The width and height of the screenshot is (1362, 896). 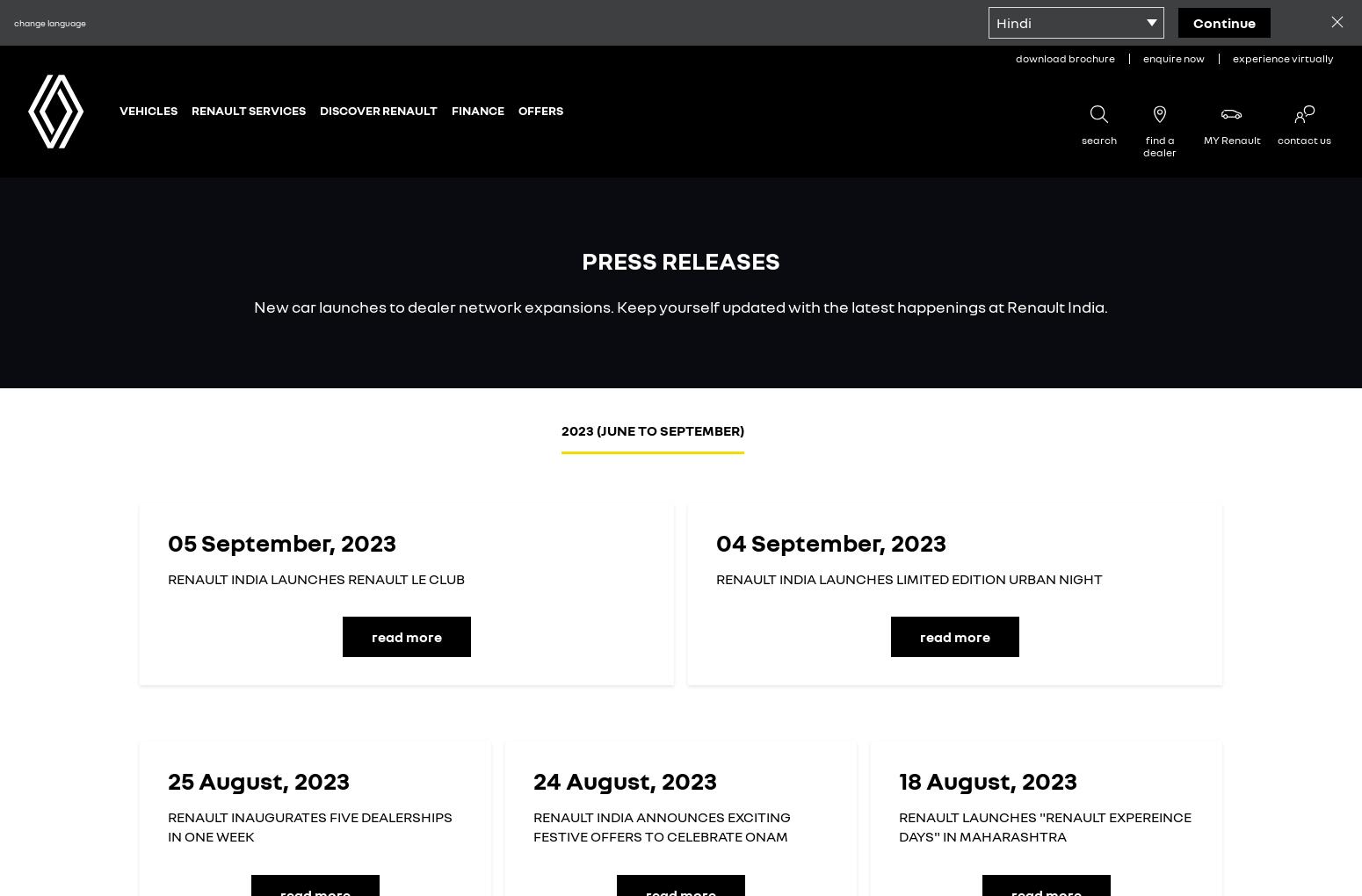 What do you see at coordinates (1224, 22) in the screenshot?
I see `'continue'` at bounding box center [1224, 22].